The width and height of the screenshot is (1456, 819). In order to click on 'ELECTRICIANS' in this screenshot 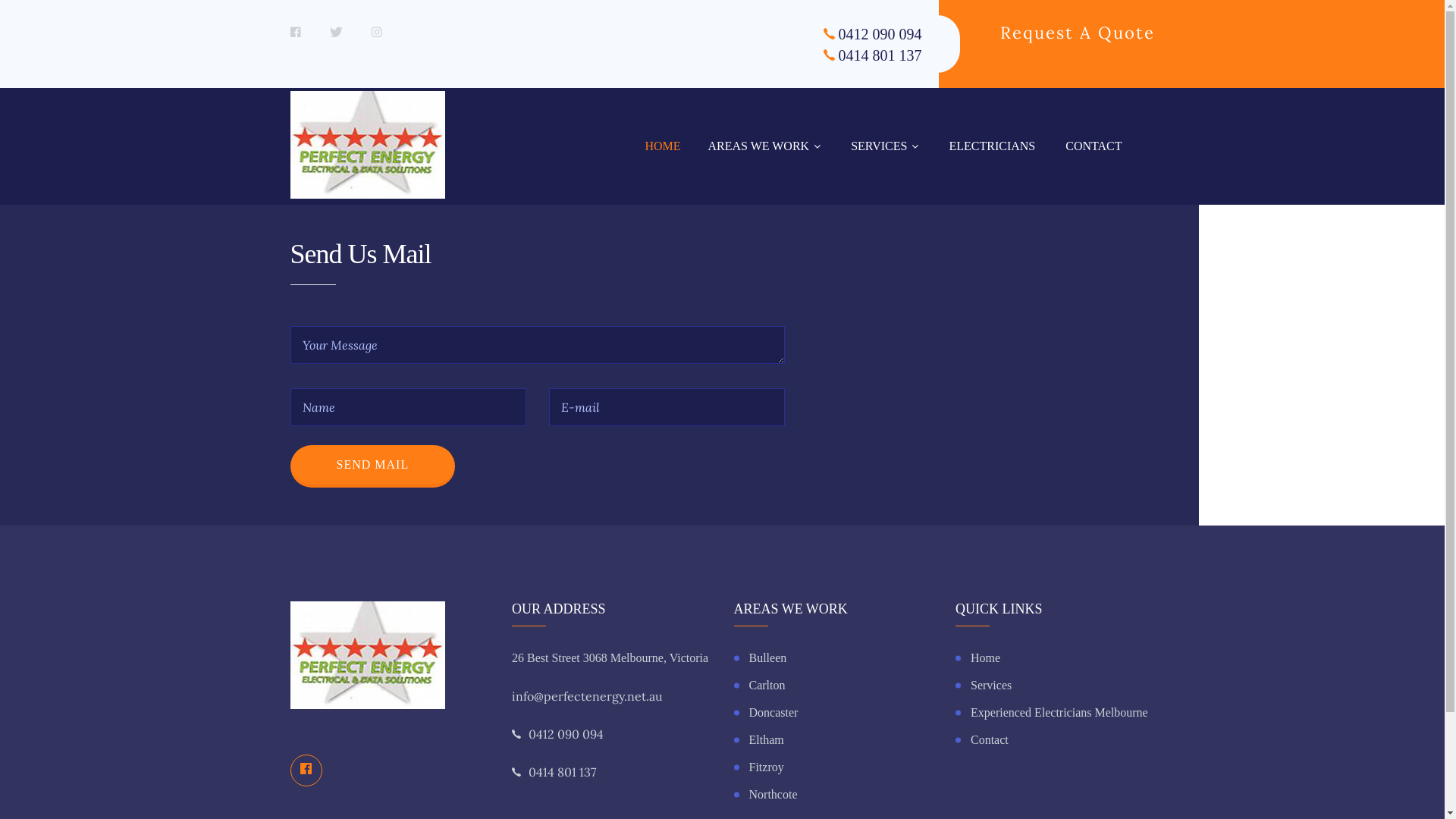, I will do `click(992, 146)`.